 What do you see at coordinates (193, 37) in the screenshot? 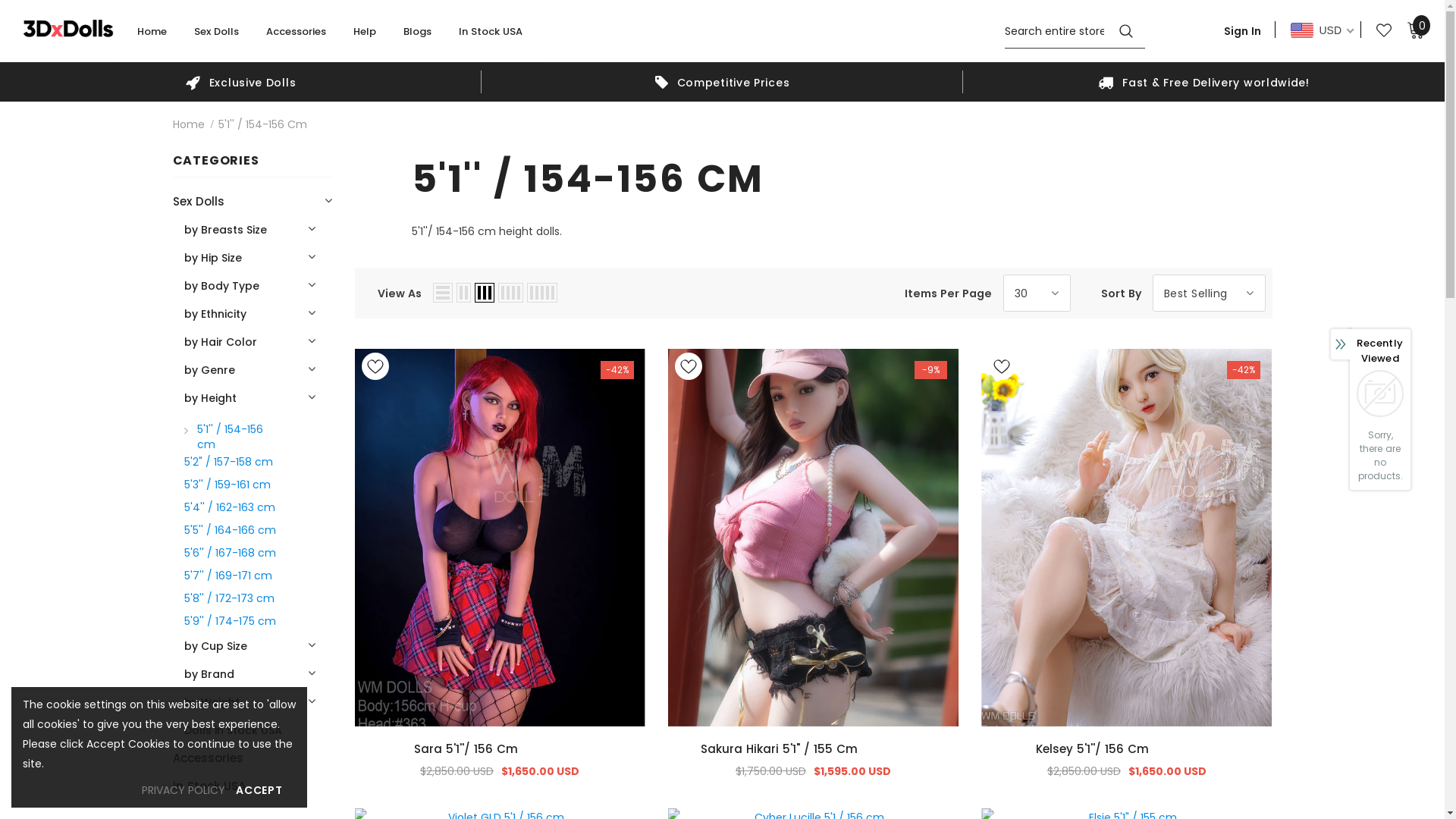
I see `'Sex Dolls'` at bounding box center [193, 37].